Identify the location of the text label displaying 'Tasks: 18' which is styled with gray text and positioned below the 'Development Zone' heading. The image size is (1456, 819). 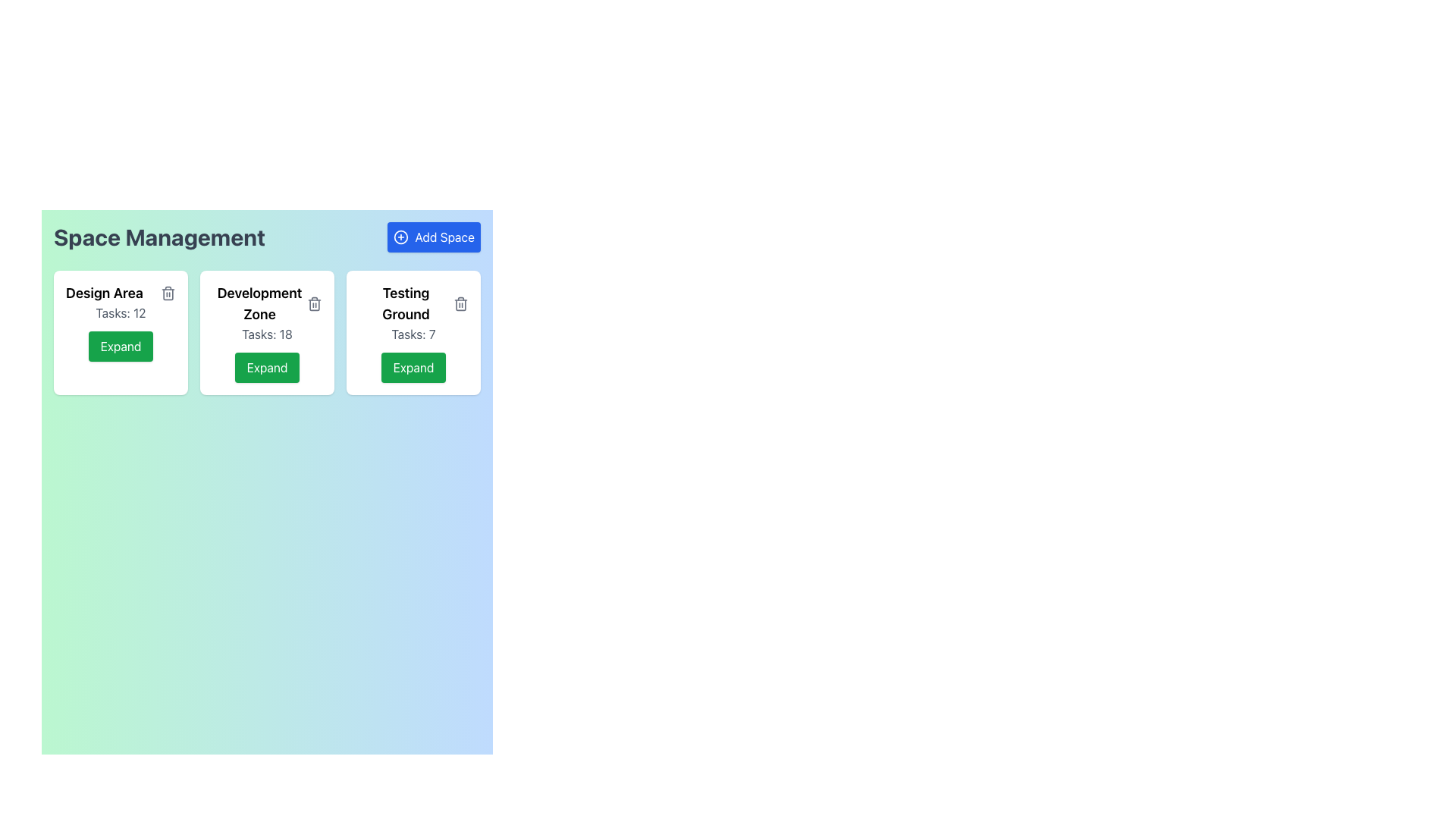
(267, 333).